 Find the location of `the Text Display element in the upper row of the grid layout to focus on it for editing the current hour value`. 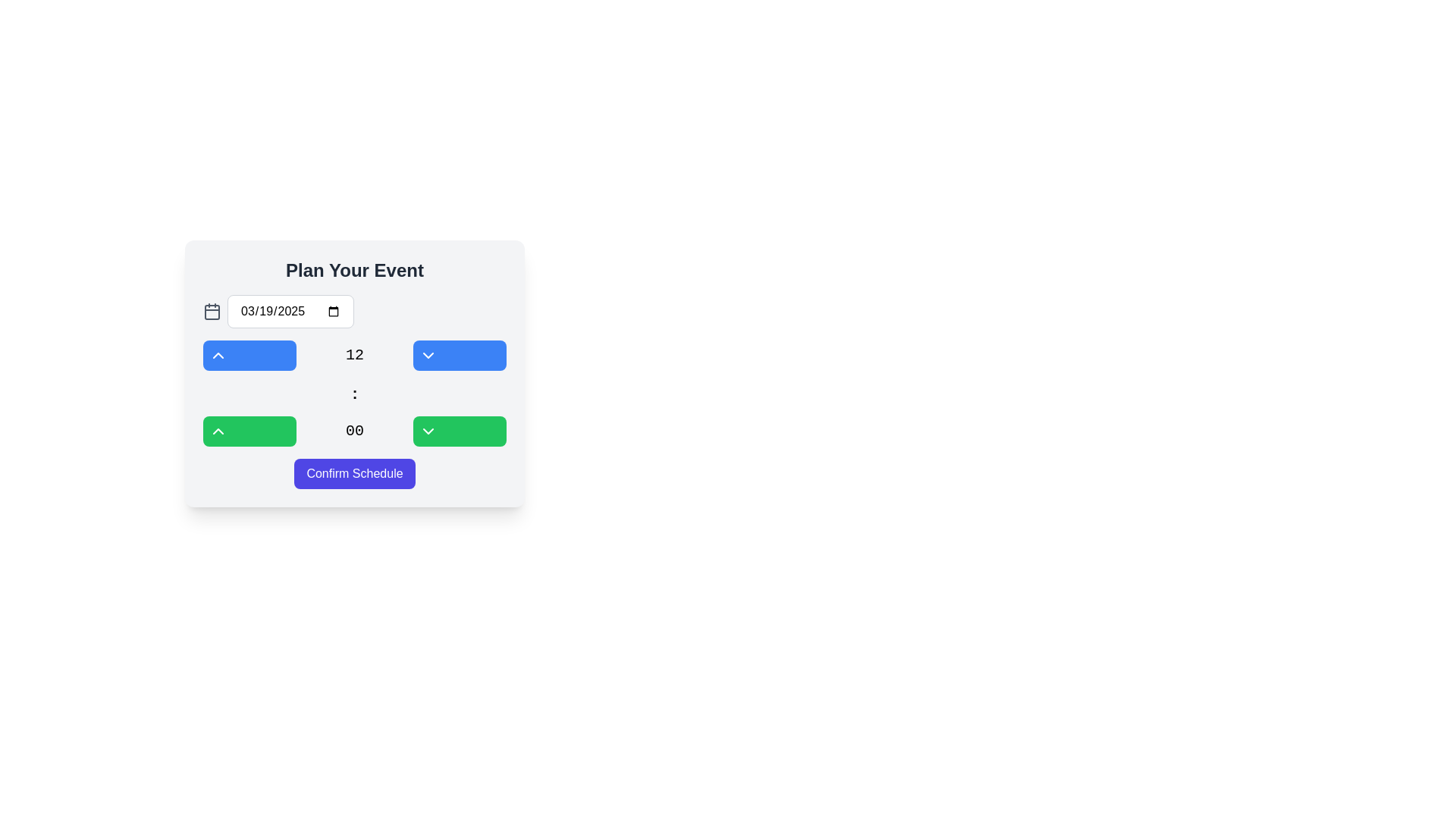

the Text Display element in the upper row of the grid layout to focus on it for editing the current hour value is located at coordinates (353, 356).